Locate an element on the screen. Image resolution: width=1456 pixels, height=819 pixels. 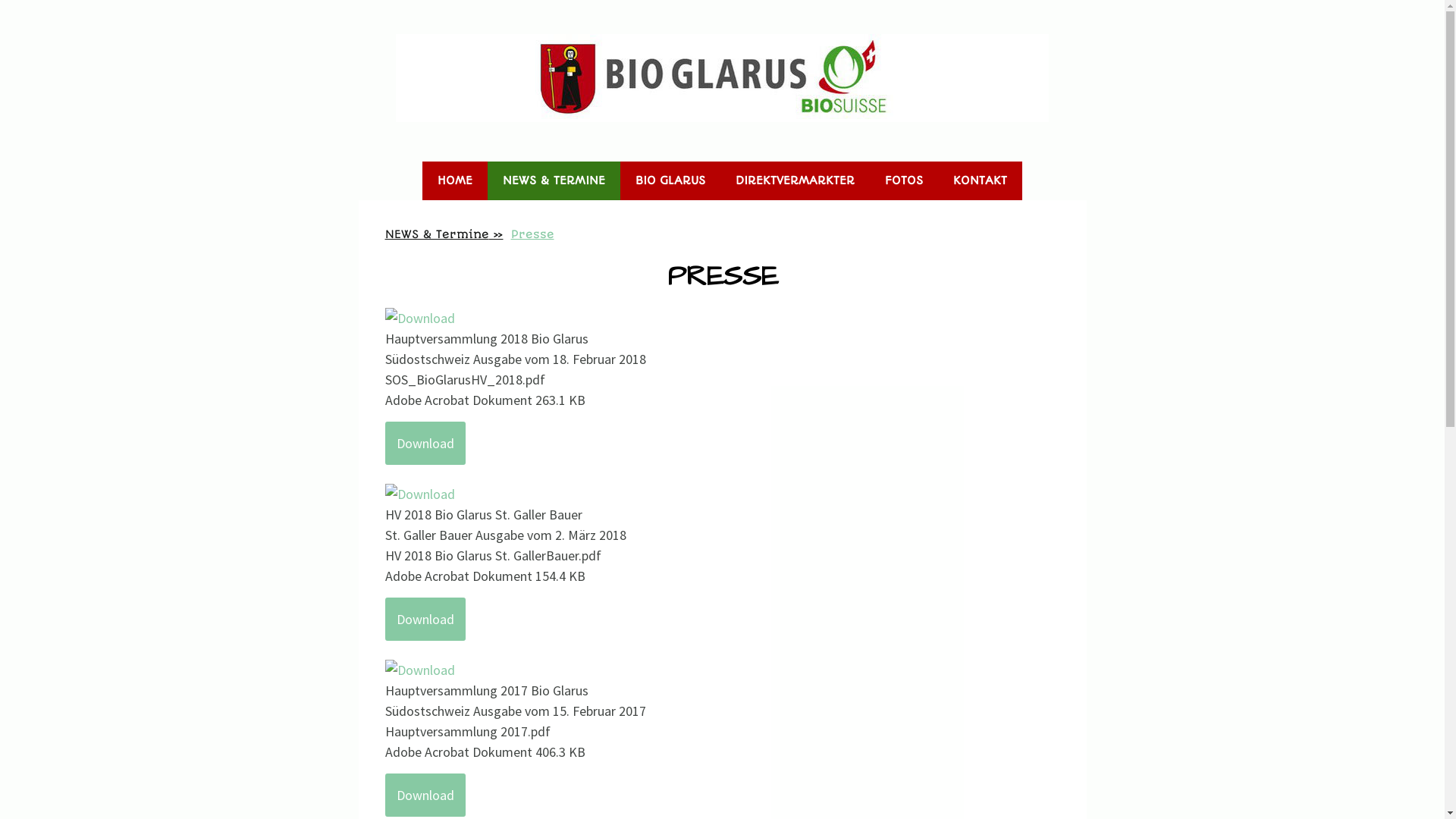
'NEWS & TERMINE' is located at coordinates (553, 180).